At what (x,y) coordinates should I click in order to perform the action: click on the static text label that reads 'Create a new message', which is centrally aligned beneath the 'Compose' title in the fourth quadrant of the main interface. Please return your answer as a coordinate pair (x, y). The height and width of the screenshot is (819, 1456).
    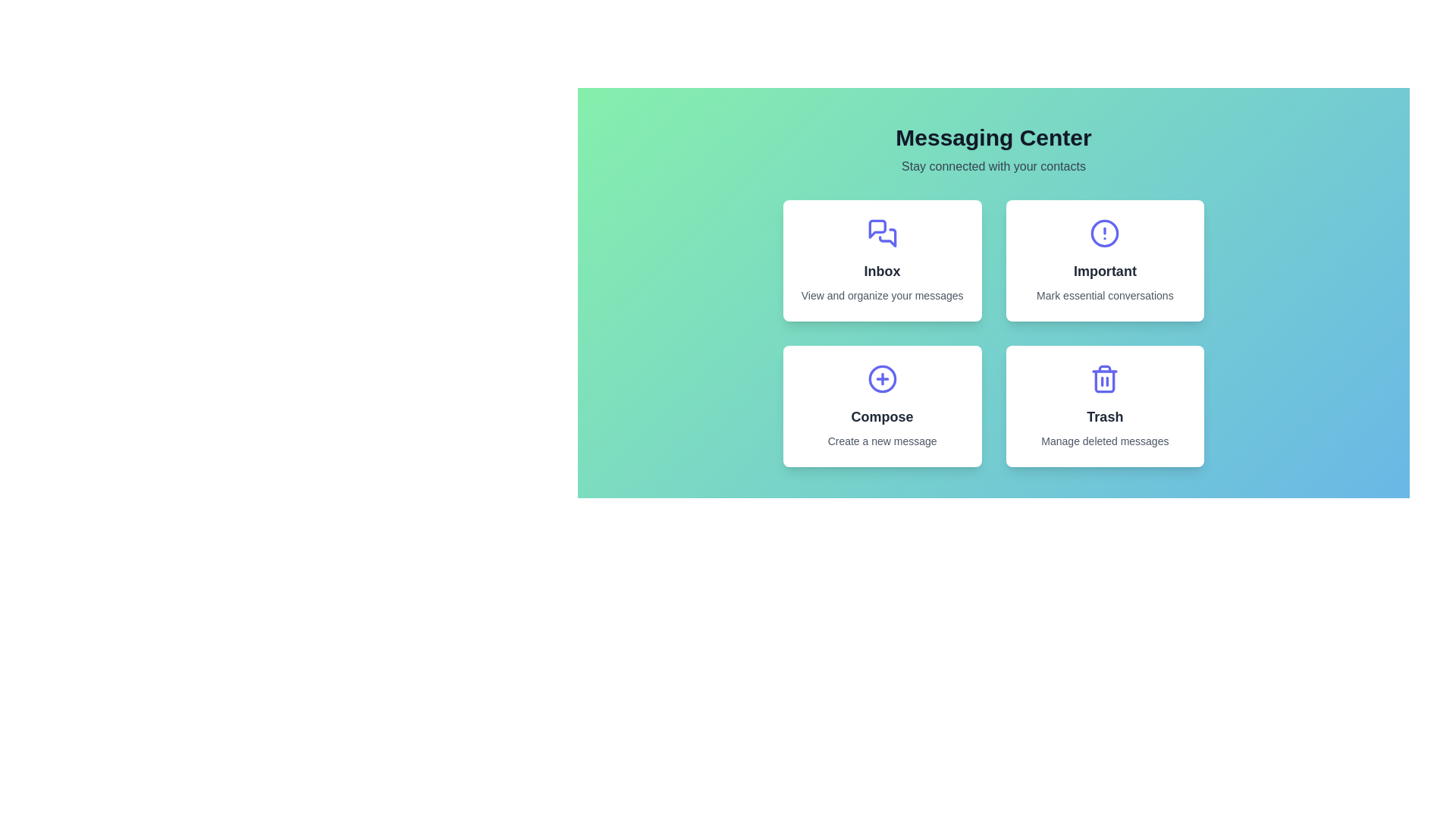
    Looking at the image, I should click on (882, 441).